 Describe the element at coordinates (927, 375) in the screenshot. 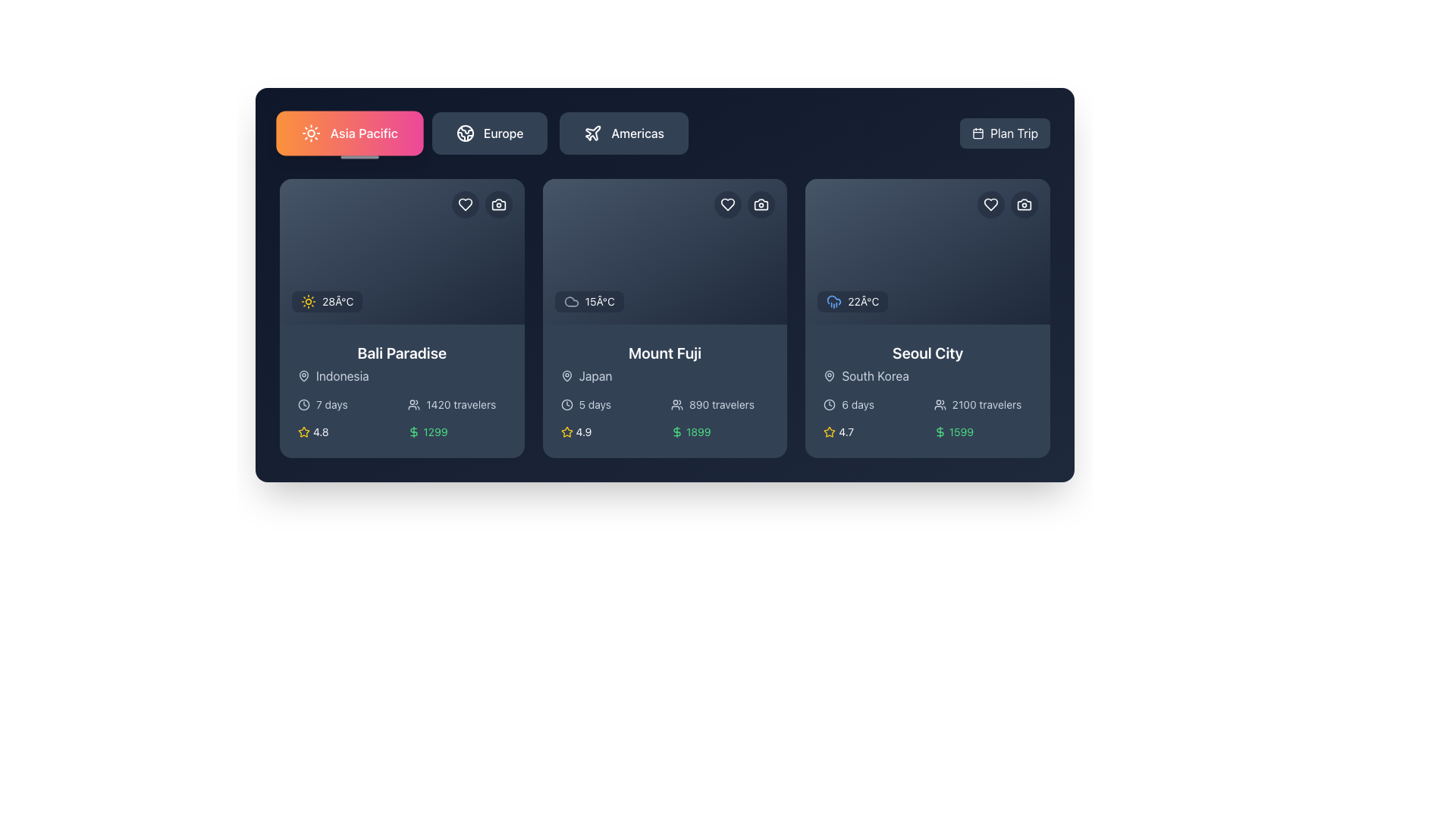

I see `the informational text label indicating the country for the city 'Seoul', located below the city name 'Seoul City' in the card of the third column under 'Asia Pacific'` at that location.